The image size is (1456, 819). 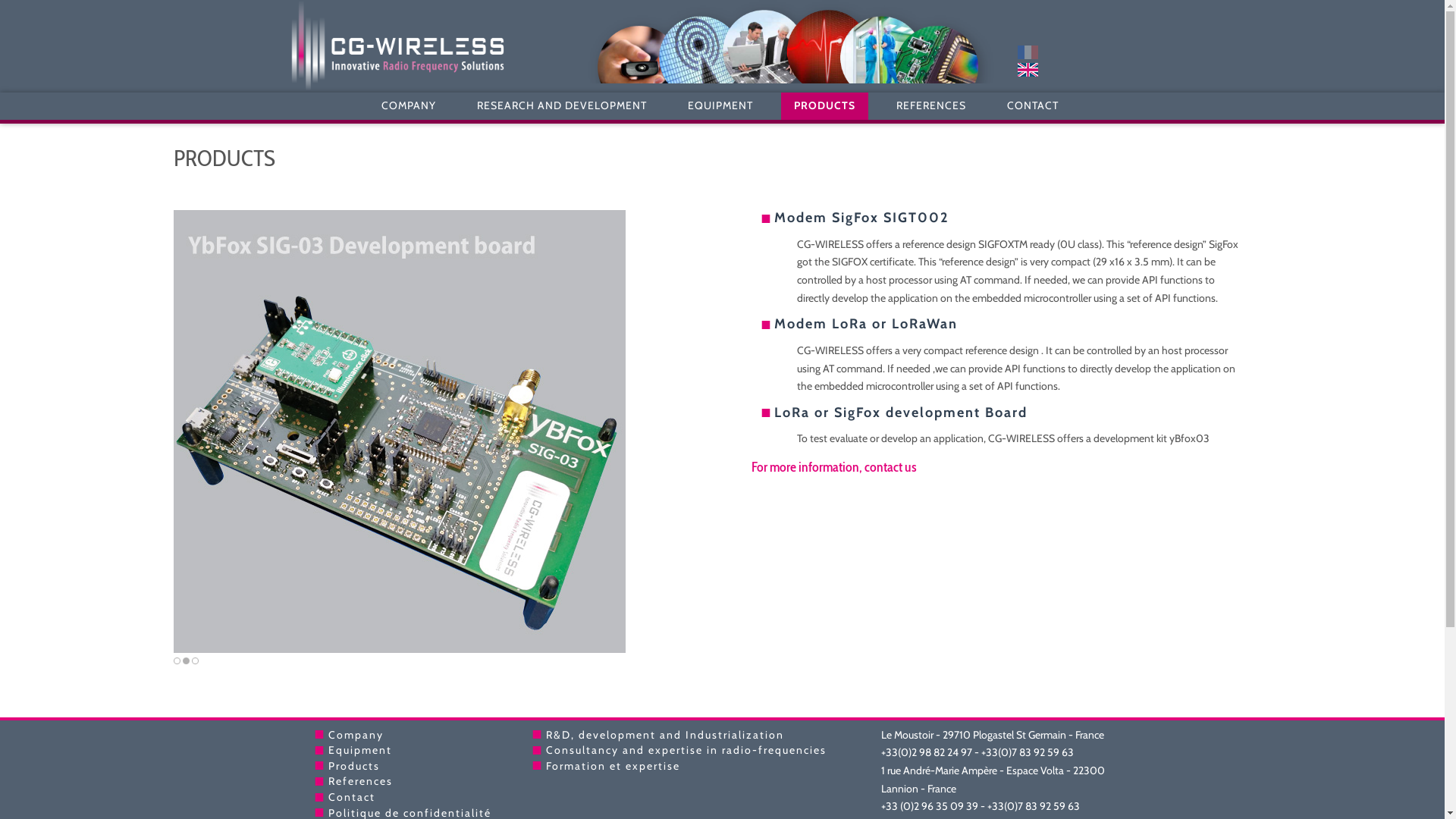 I want to click on 'English (en)', so click(x=997, y=69).